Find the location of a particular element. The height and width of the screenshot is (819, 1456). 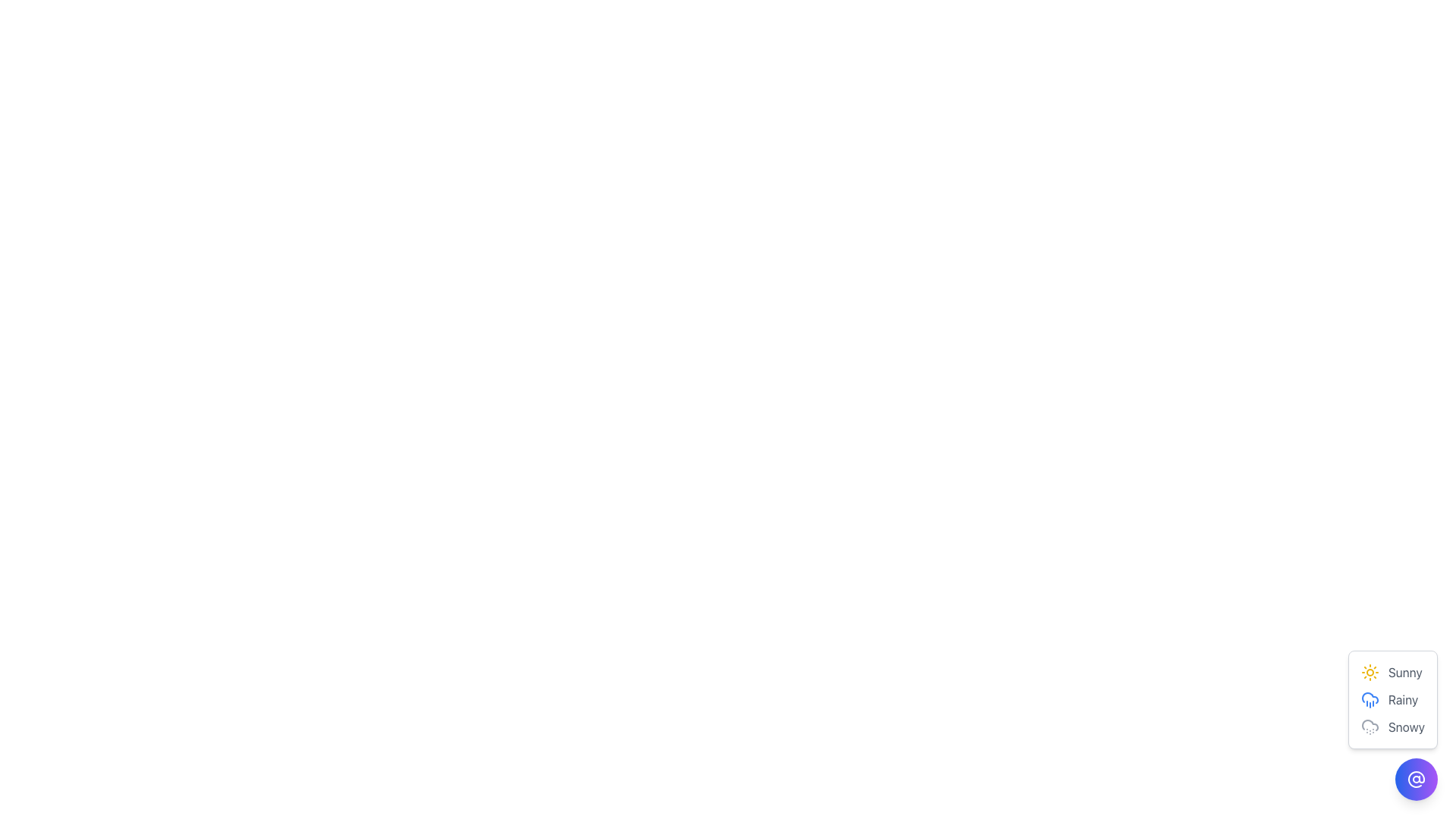

the sunny weather indicator is located at coordinates (1392, 672).